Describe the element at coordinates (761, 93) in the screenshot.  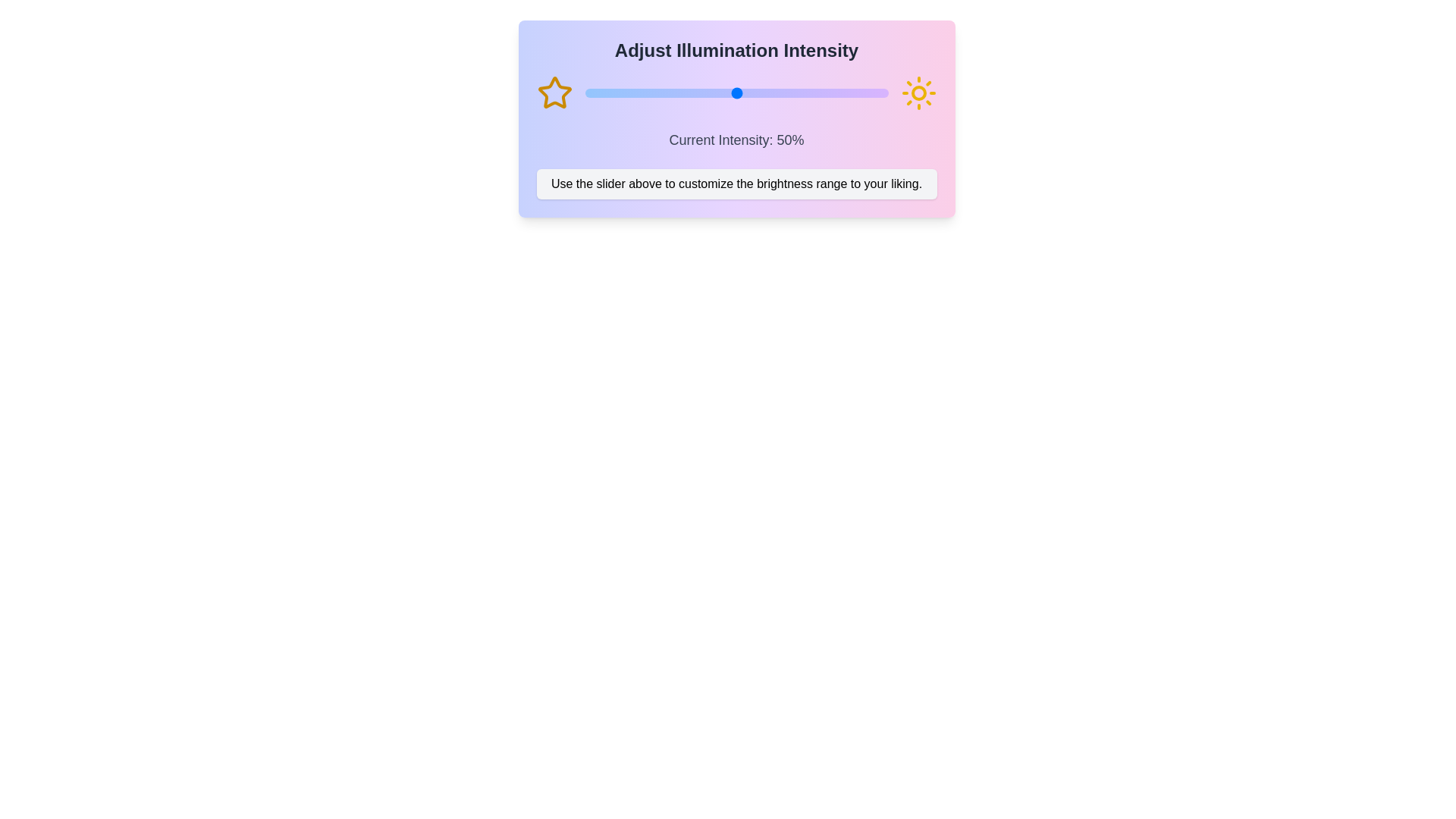
I see `the slider to set the intensity to 58%` at that location.